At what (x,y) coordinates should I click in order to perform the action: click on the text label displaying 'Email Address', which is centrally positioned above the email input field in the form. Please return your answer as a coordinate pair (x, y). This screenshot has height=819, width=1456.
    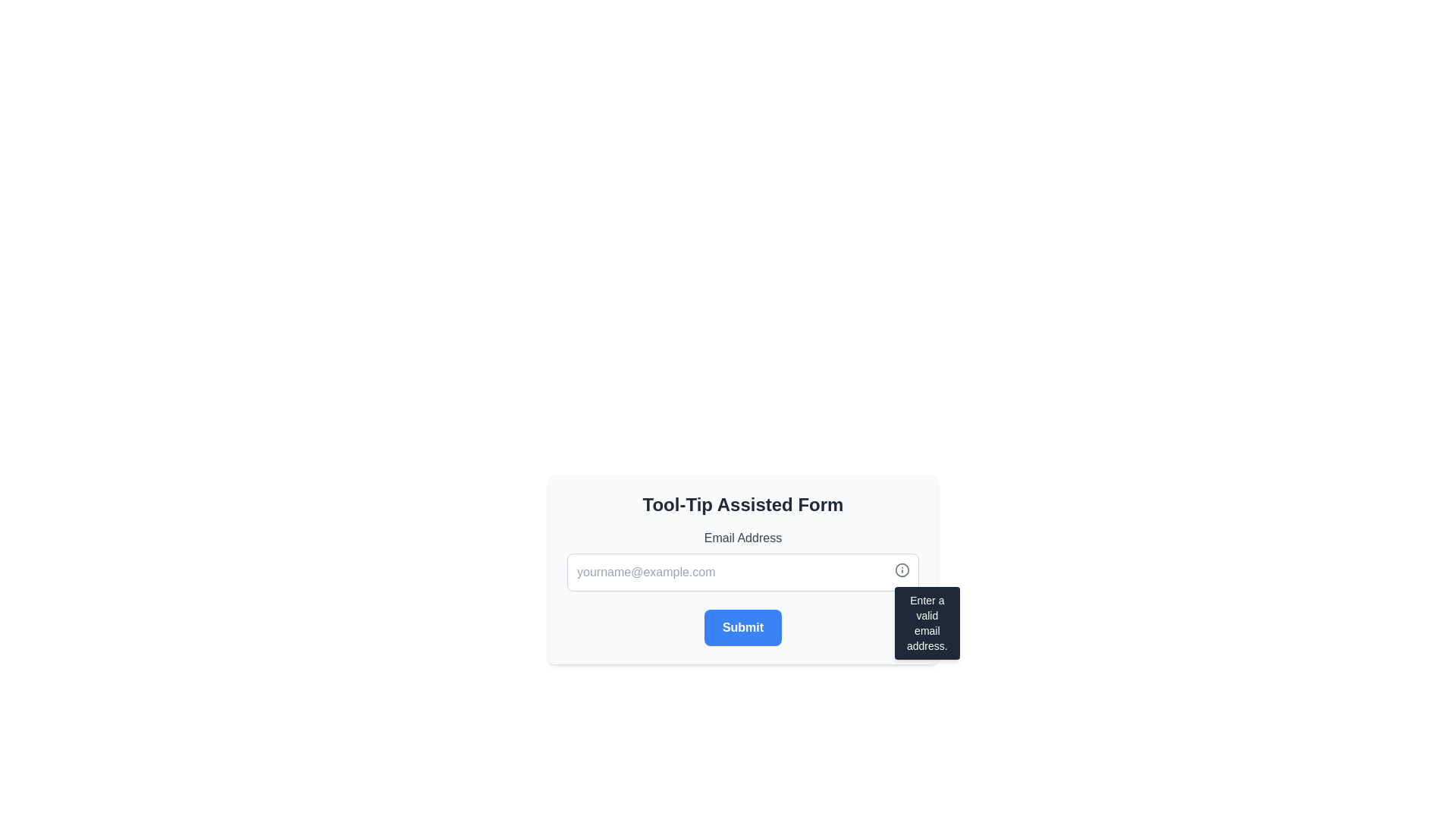
    Looking at the image, I should click on (742, 537).